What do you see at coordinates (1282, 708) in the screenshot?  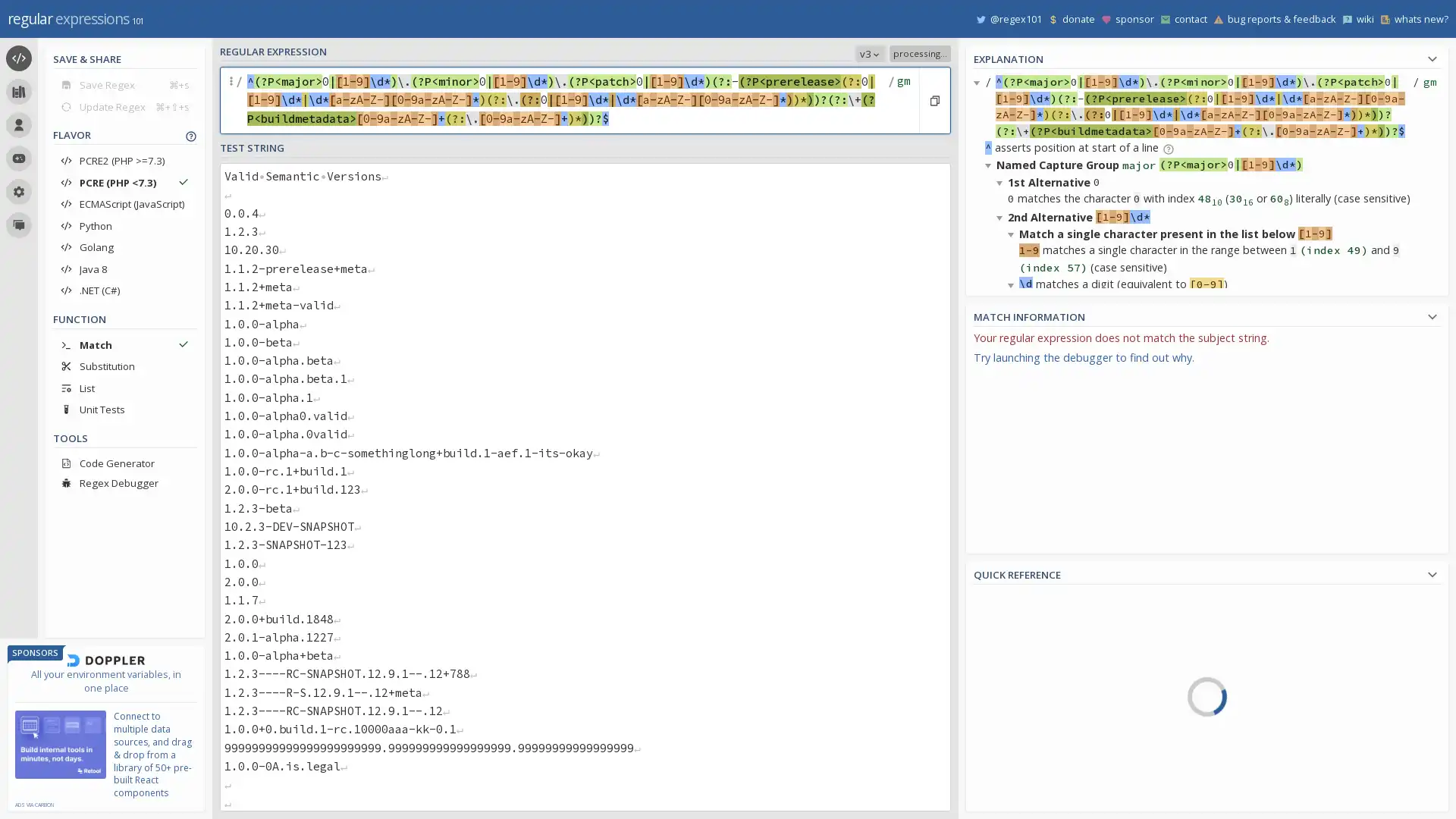 I see `Any single character .` at bounding box center [1282, 708].